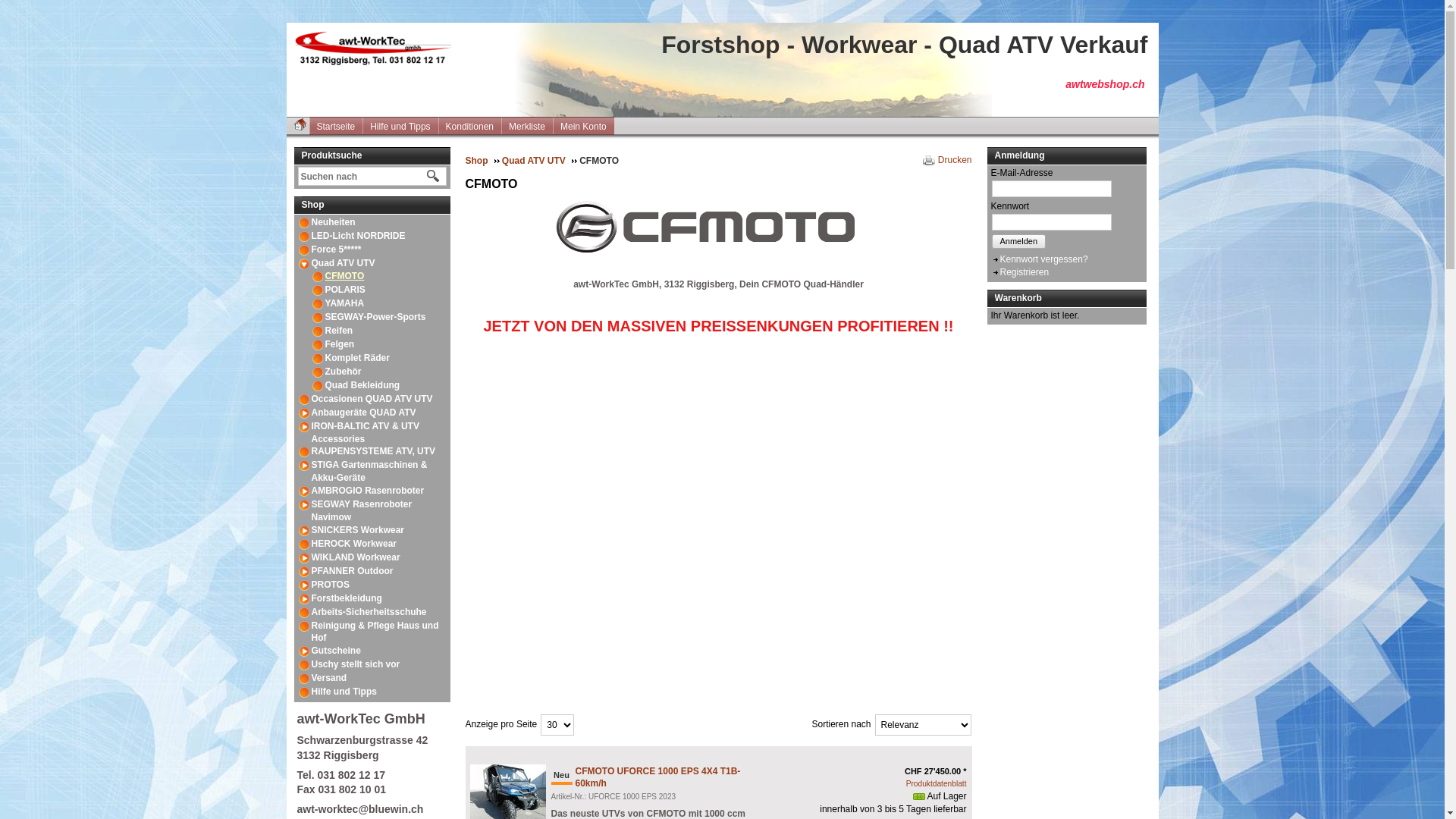 Image resolution: width=1456 pixels, height=819 pixels. Describe the element at coordinates (356, 529) in the screenshot. I see `'SNICKERS Workwear'` at that location.